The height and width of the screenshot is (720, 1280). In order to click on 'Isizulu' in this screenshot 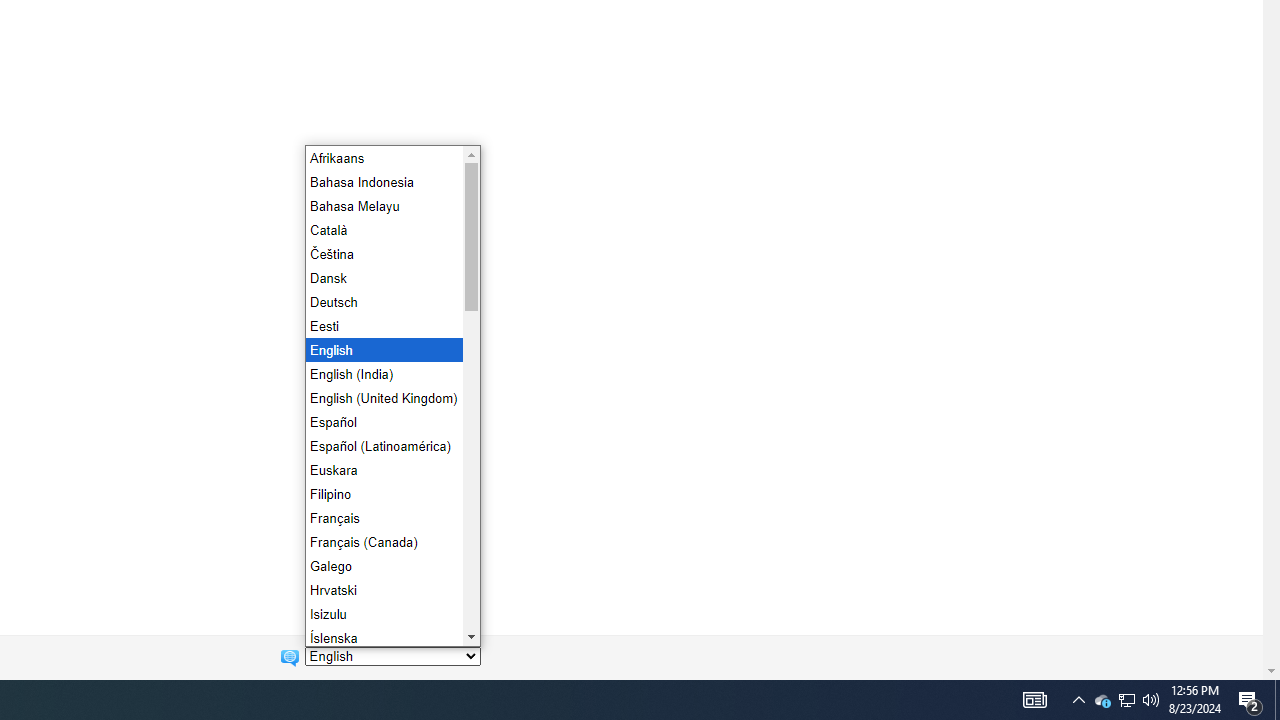, I will do `click(382, 612)`.